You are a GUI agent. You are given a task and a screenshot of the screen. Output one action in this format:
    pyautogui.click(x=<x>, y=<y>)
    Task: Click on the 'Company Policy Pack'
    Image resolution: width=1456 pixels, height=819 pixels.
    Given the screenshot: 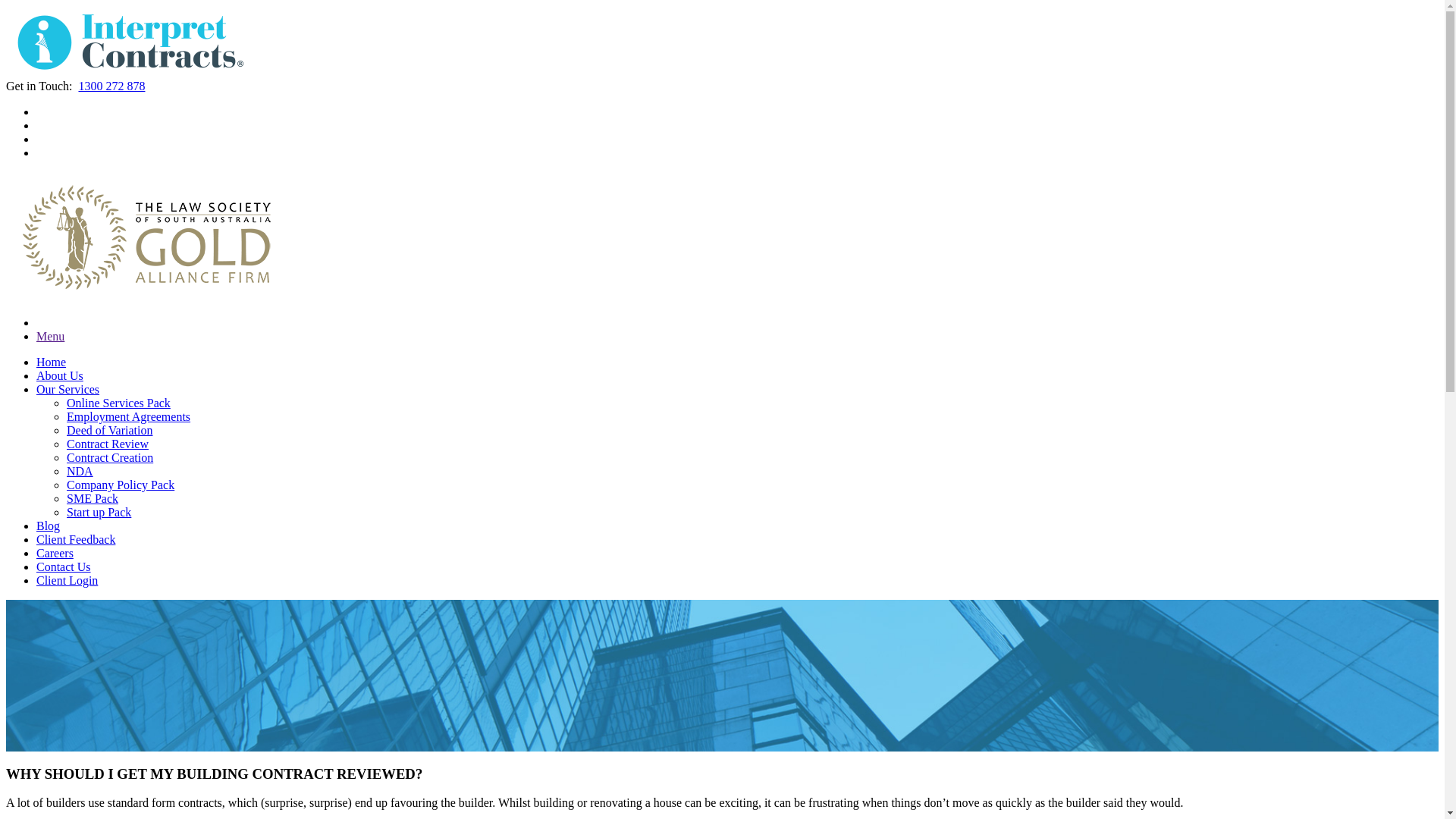 What is the action you would take?
    pyautogui.click(x=119, y=485)
    